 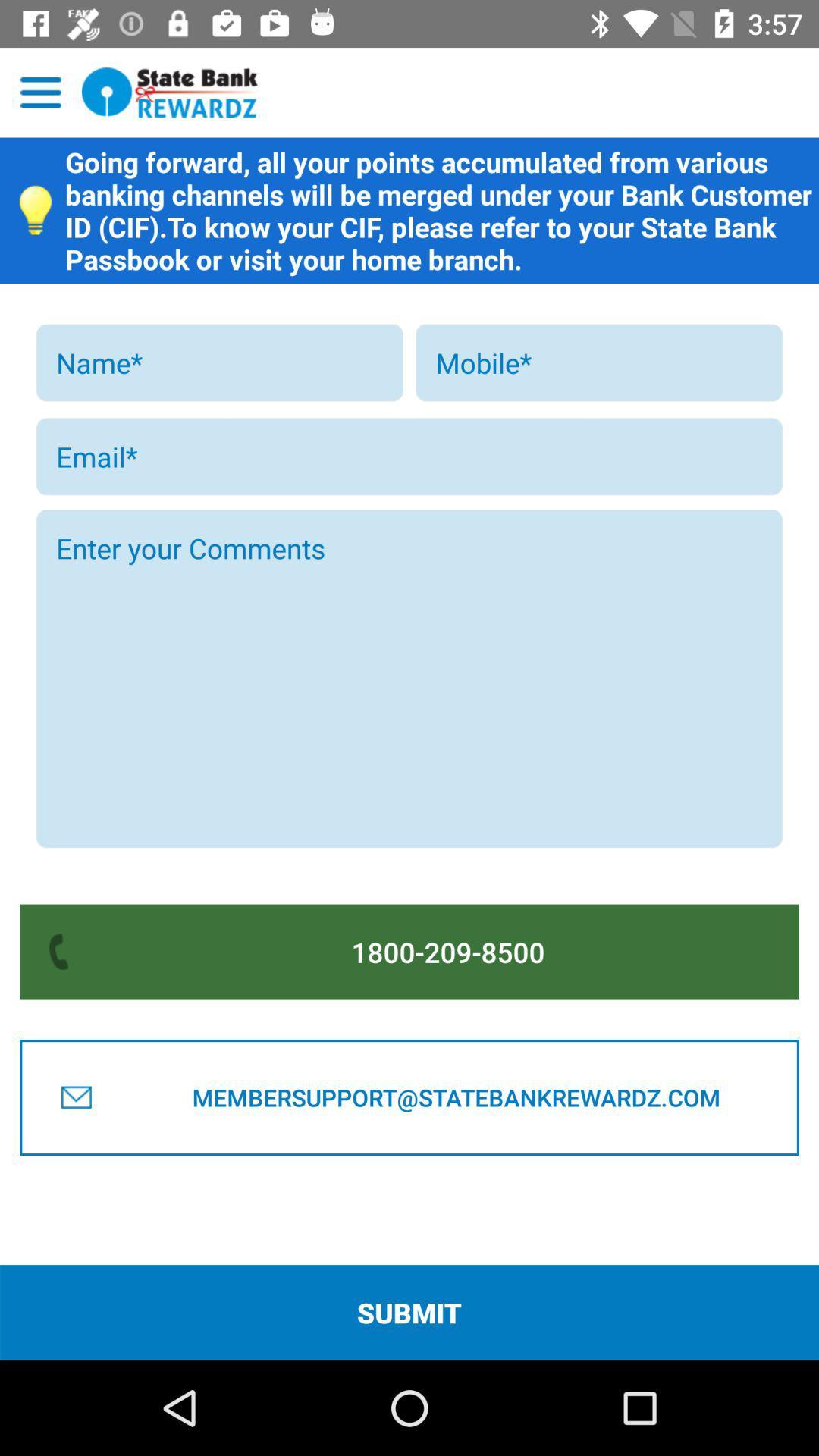 What do you see at coordinates (455, 1097) in the screenshot?
I see `the membersupport@statebankrewardz.com item` at bounding box center [455, 1097].